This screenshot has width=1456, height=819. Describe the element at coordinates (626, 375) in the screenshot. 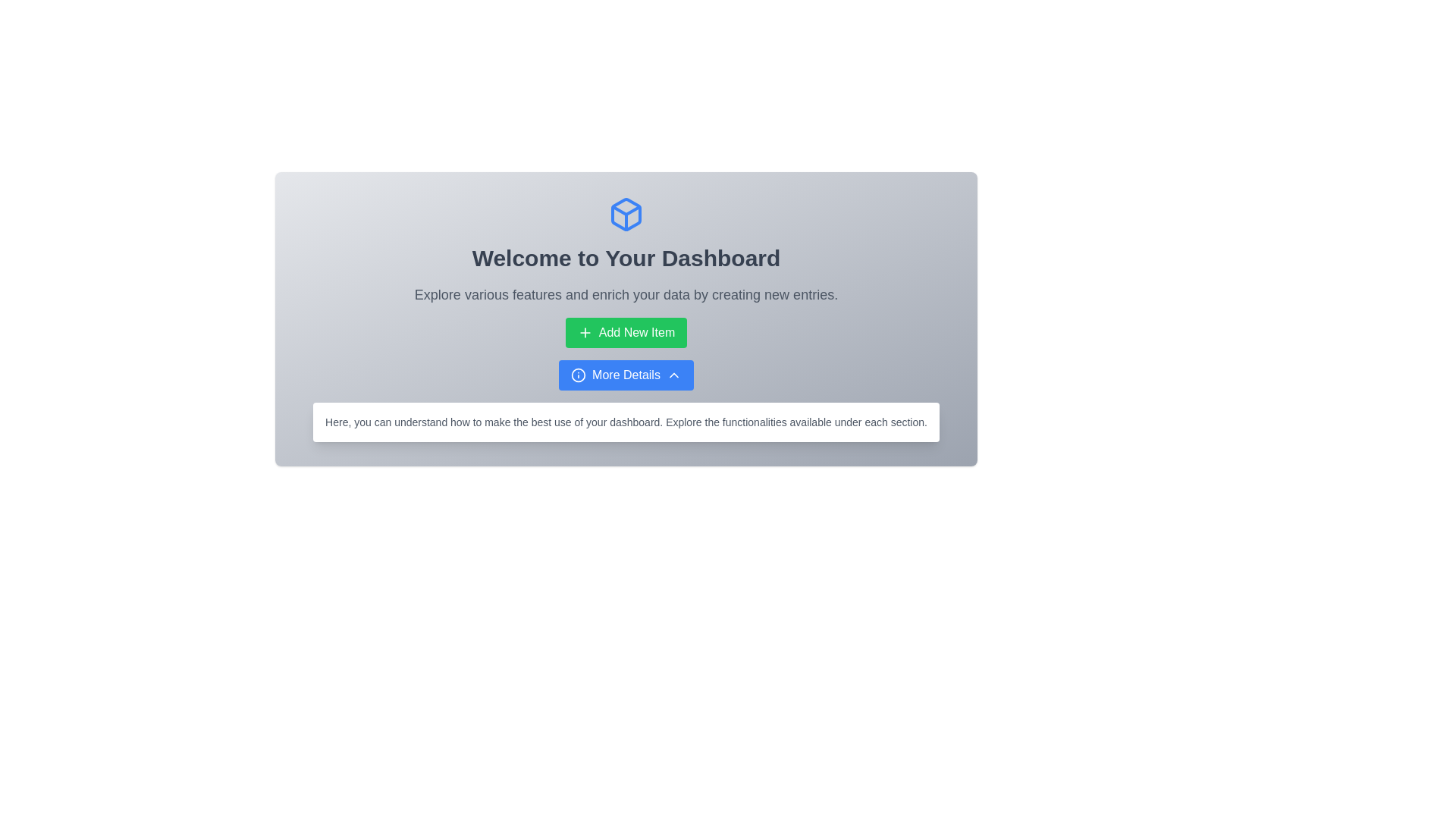

I see `the text 'More Details' inside the blue button located beneath the 'Add New Item' button to trigger hover UI effects` at that location.